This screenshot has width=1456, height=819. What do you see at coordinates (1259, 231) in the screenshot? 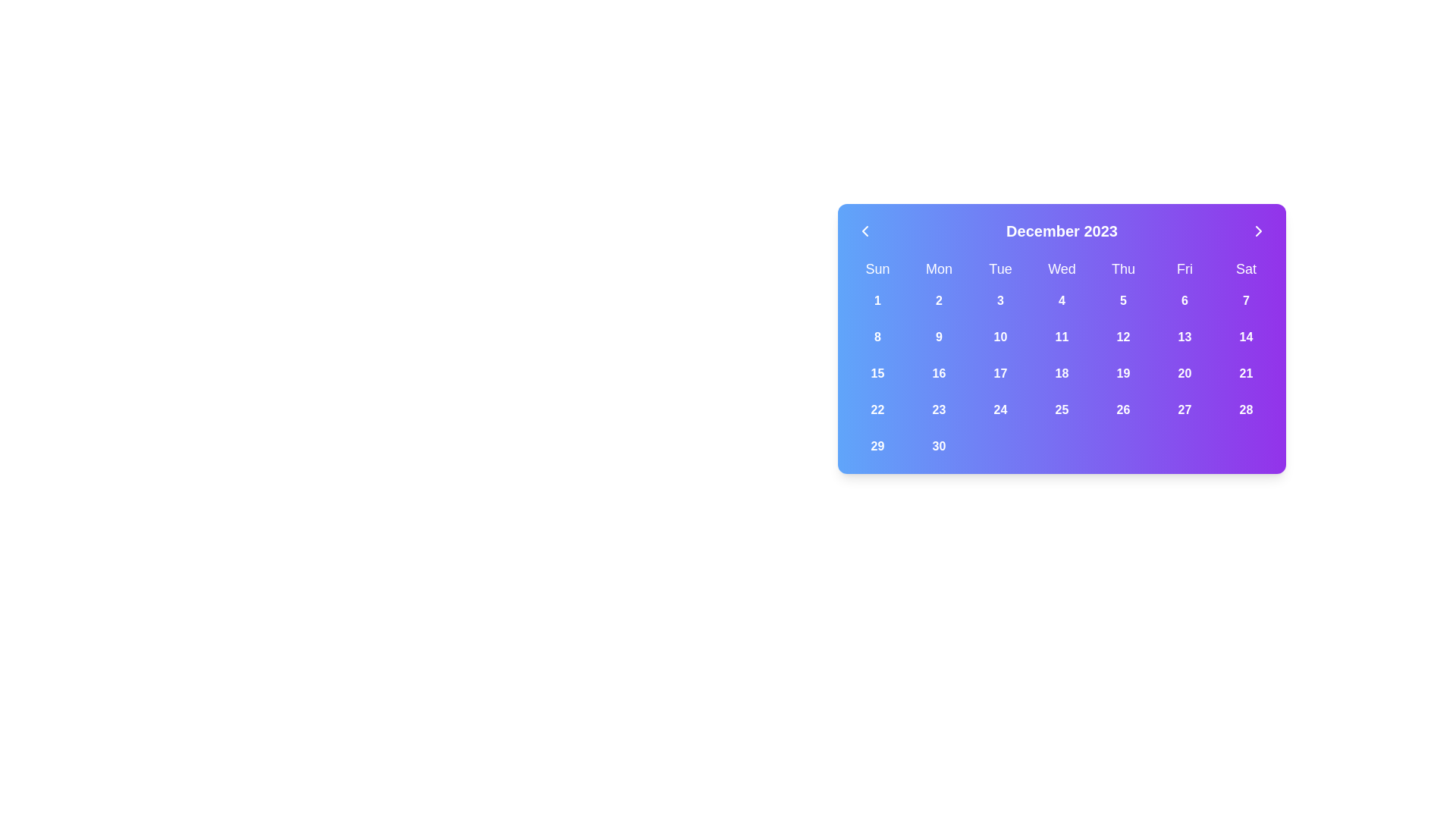
I see `the button on the rightmost side of the calendar header` at bounding box center [1259, 231].